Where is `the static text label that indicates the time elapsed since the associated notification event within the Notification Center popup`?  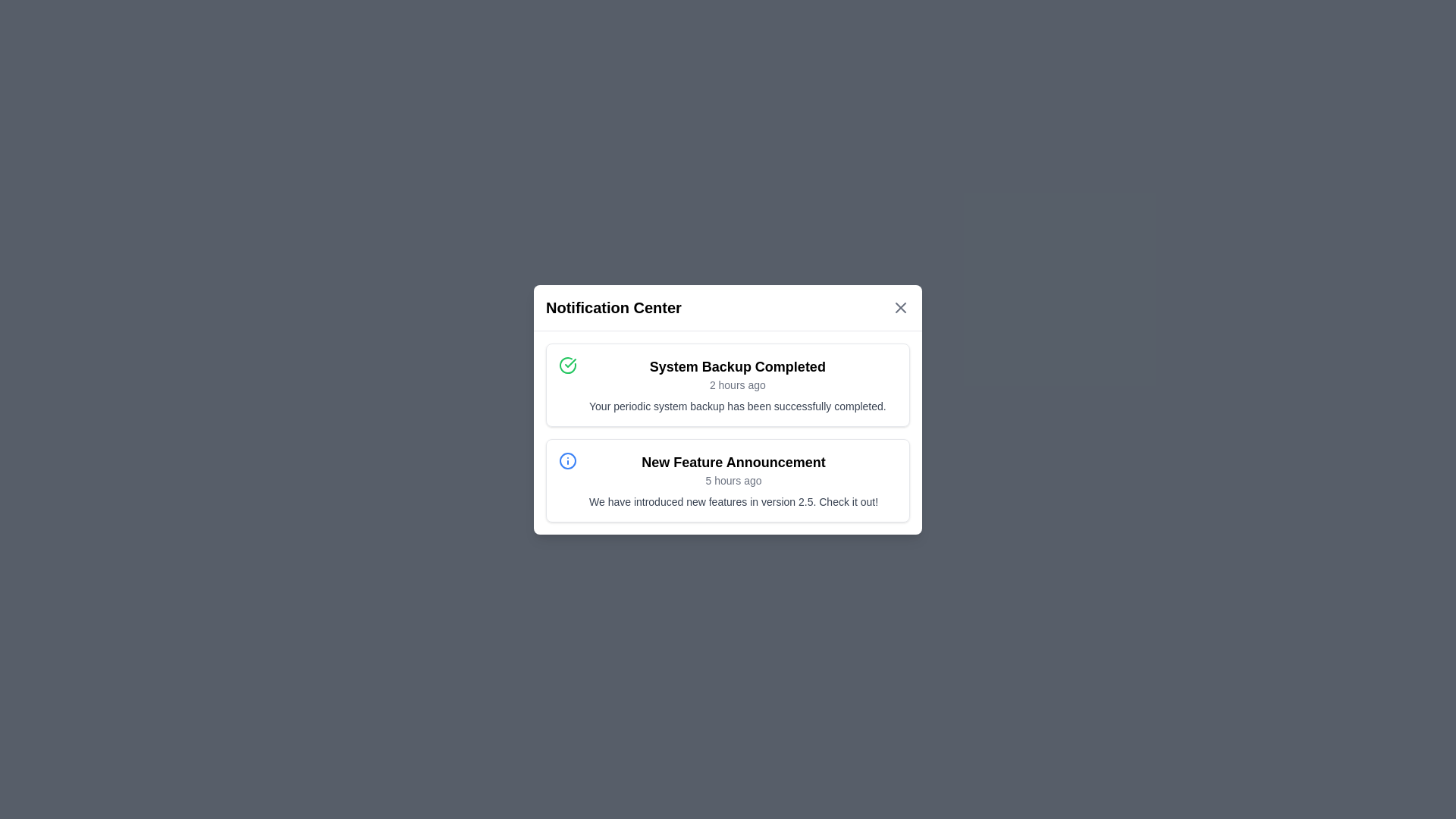
the static text label that indicates the time elapsed since the associated notification event within the Notification Center popup is located at coordinates (733, 480).